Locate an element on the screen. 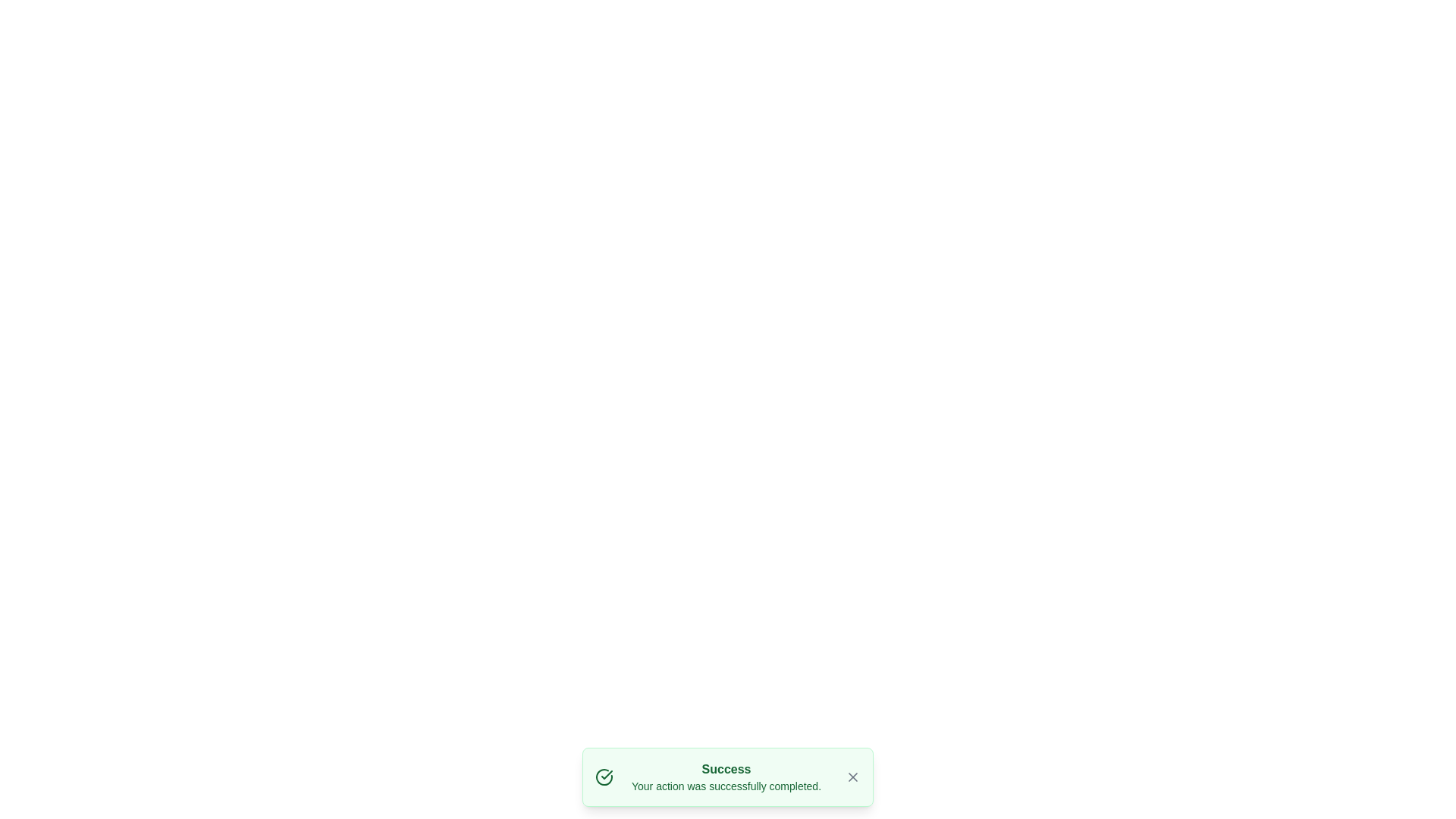  the feedback message Text Label located below the 'Success' text element, indicating a successful operation is located at coordinates (726, 786).